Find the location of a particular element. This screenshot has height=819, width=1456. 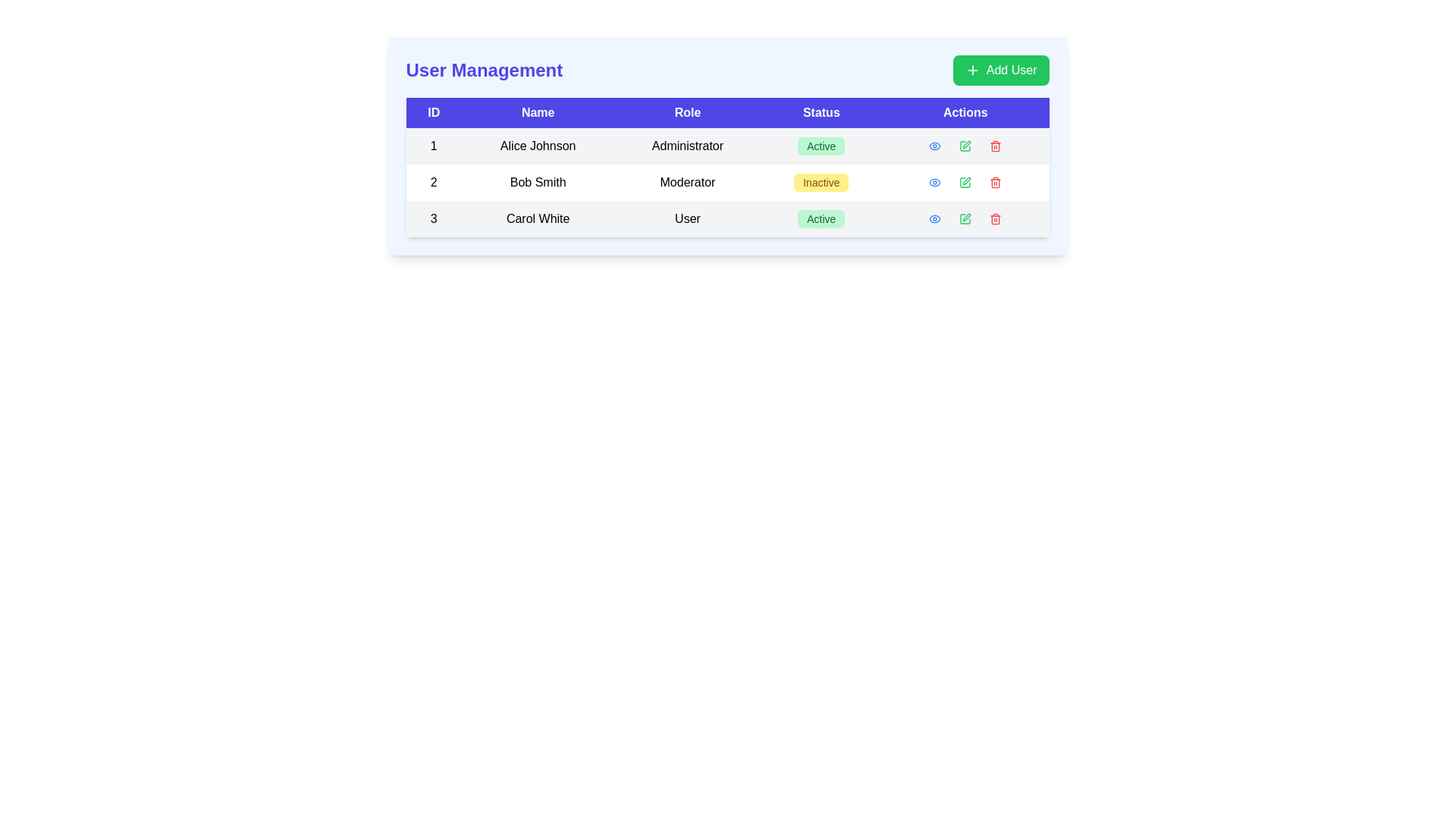

the red trash bin icon in the third row of the user management table is located at coordinates (996, 219).